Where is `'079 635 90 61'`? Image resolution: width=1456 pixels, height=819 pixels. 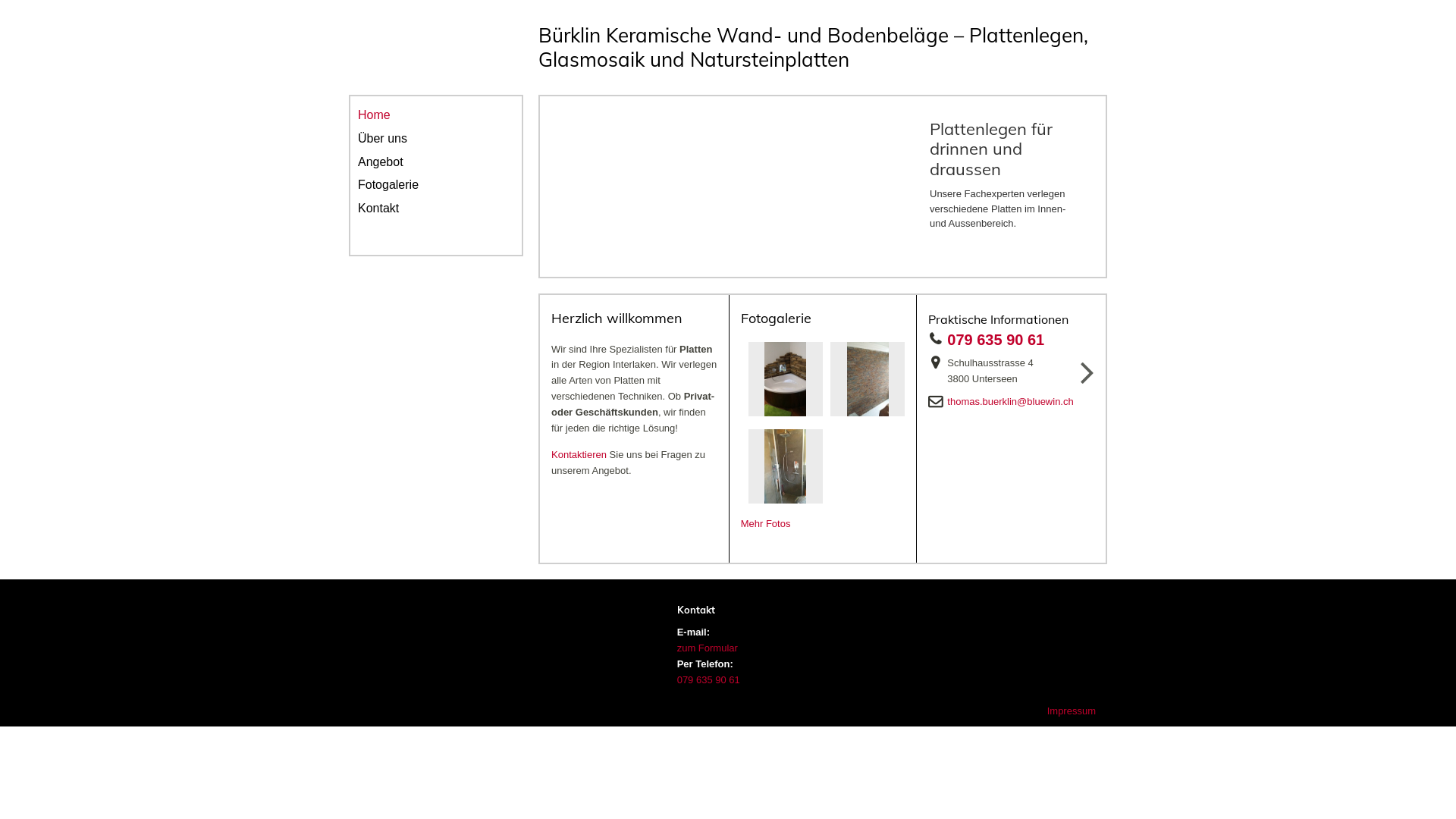 '079 635 90 61' is located at coordinates (1000, 339).